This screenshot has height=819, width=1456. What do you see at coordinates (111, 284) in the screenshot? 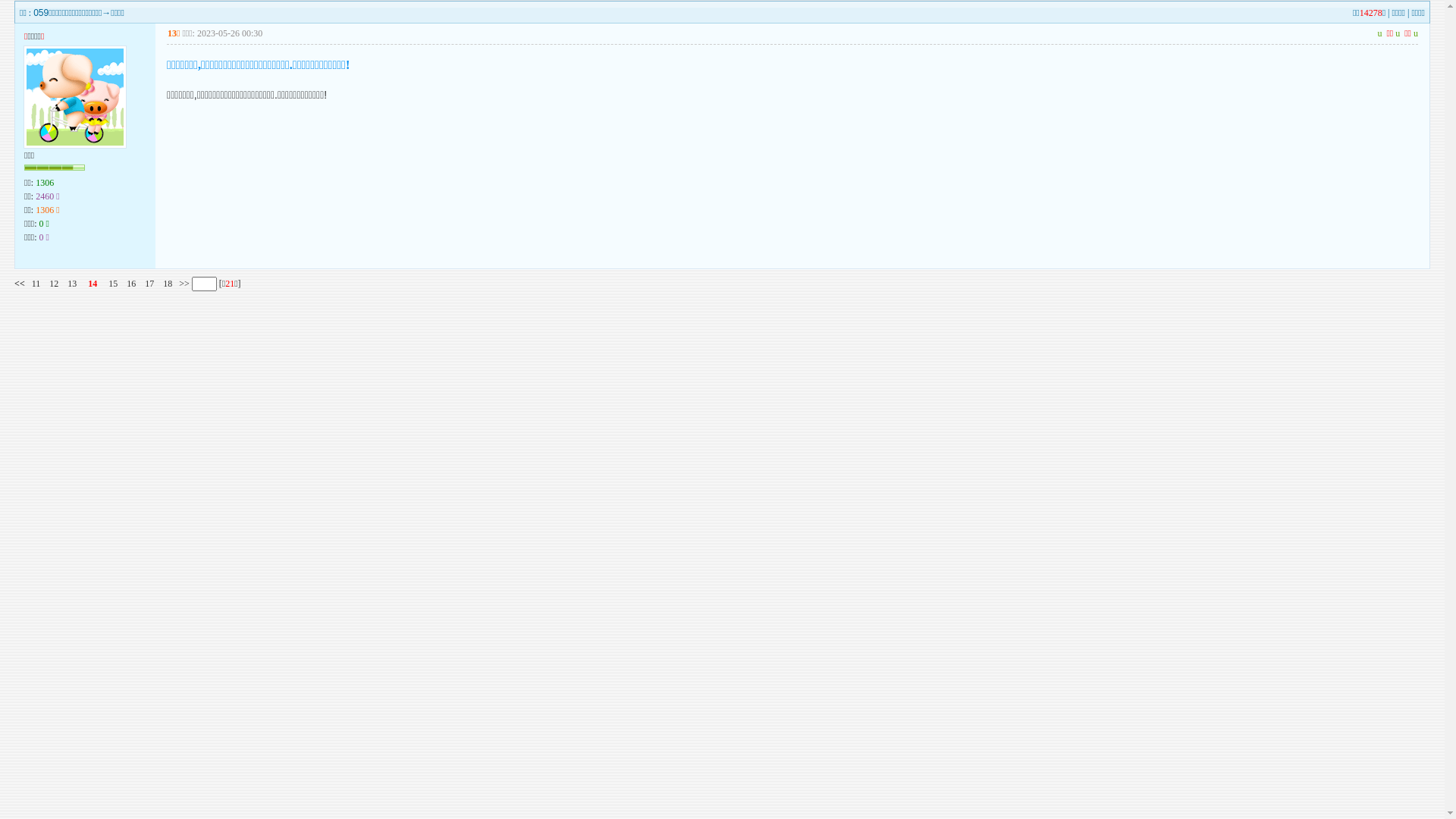
I see `'15'` at bounding box center [111, 284].